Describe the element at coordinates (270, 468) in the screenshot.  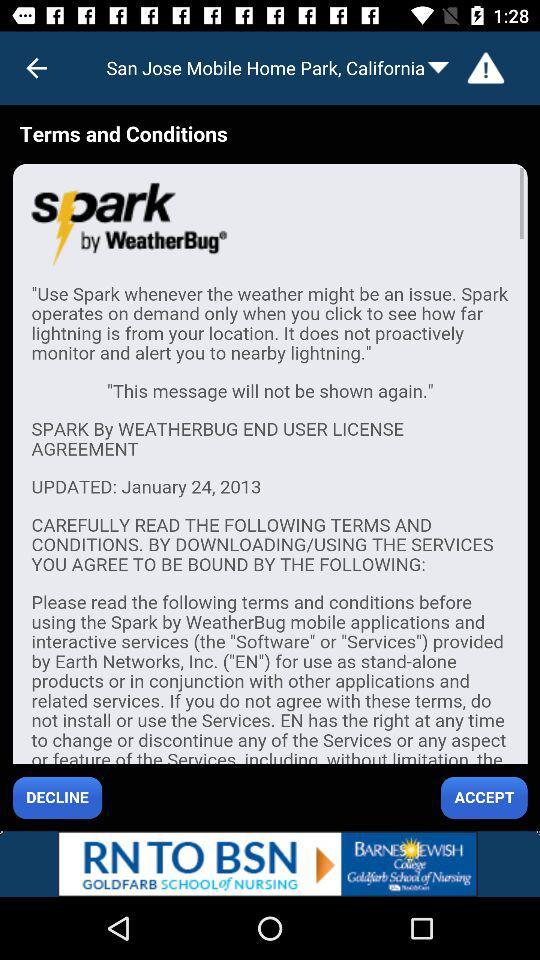
I see `the terms and conditions page` at that location.